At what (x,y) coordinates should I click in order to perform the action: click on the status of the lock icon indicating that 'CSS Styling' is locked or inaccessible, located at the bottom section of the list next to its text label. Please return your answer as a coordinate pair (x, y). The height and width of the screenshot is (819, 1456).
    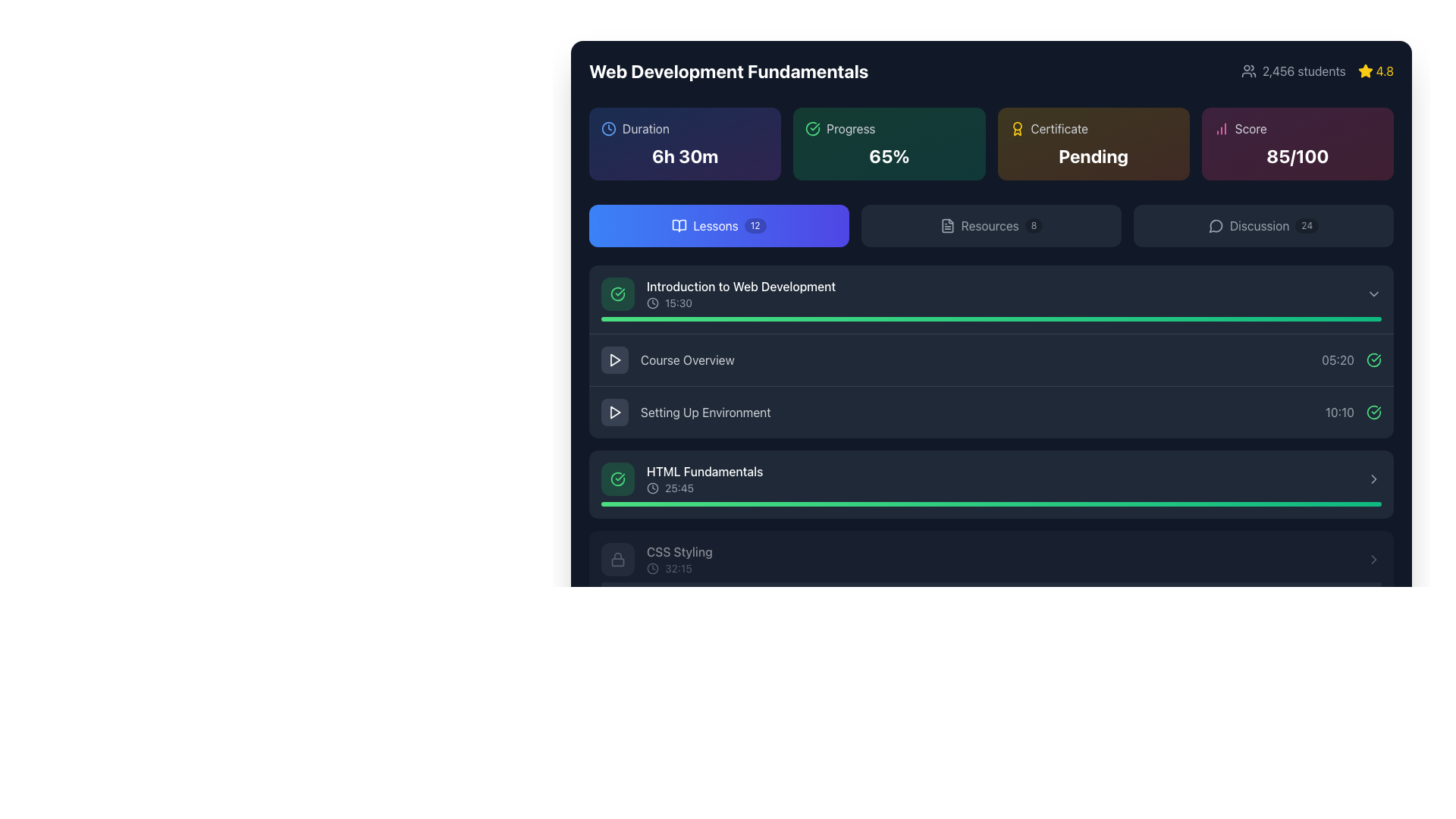
    Looking at the image, I should click on (618, 559).